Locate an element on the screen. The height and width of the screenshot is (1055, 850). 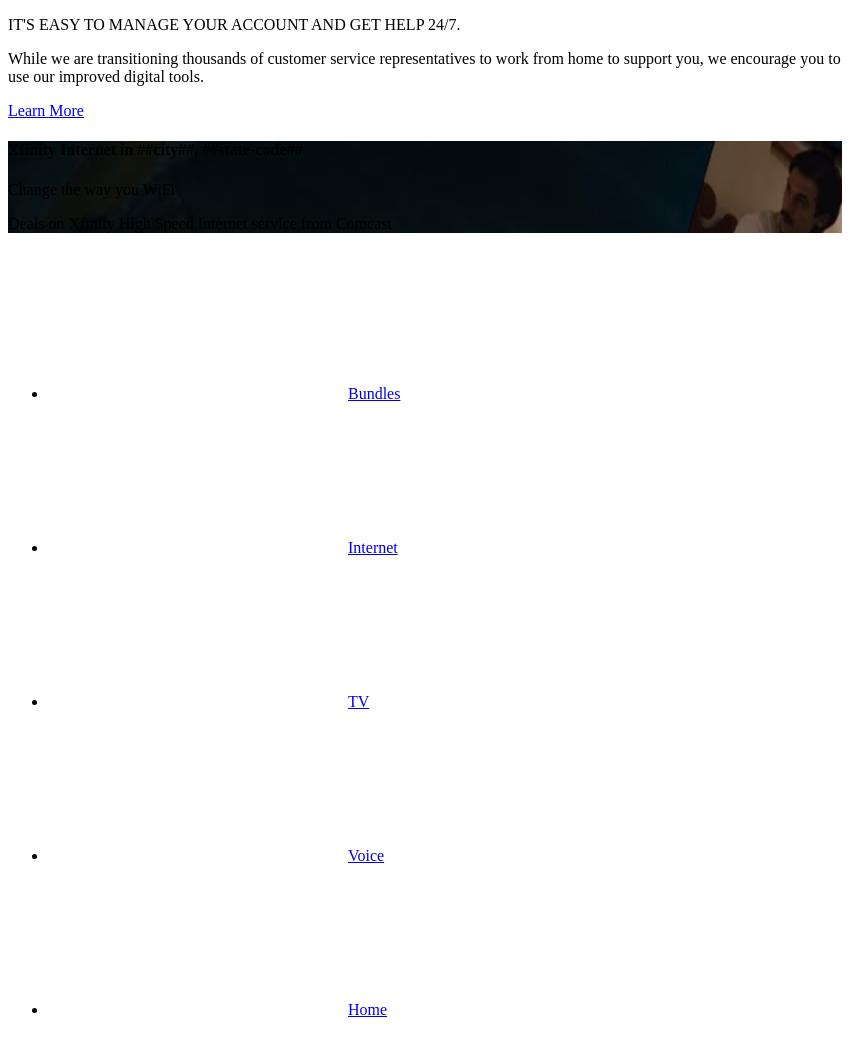
'Learn More' is located at coordinates (6, 109).